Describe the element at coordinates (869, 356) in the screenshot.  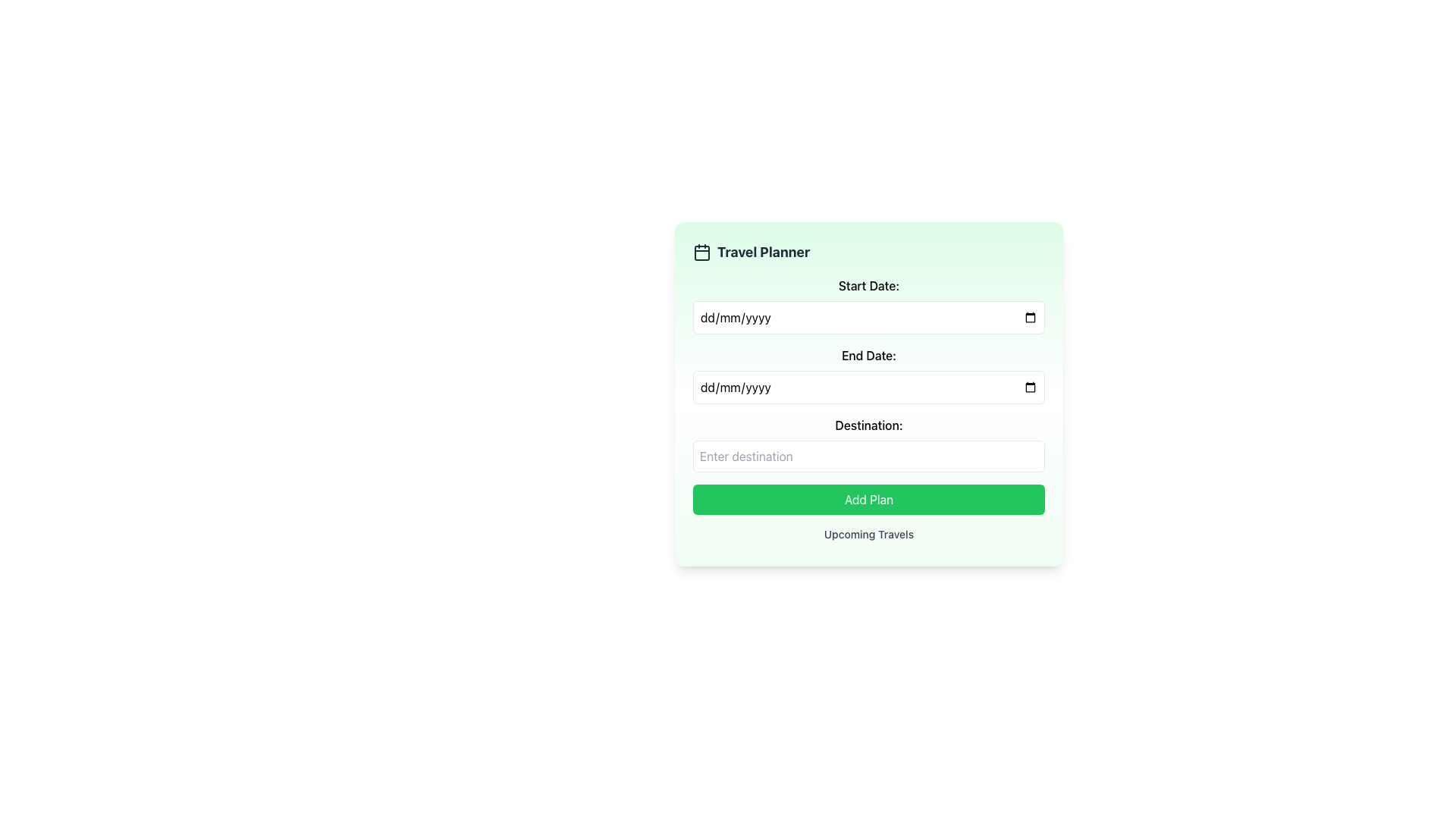
I see `the 'End Date:' text label that indicates the user should provide an end date for their travel plan` at that location.